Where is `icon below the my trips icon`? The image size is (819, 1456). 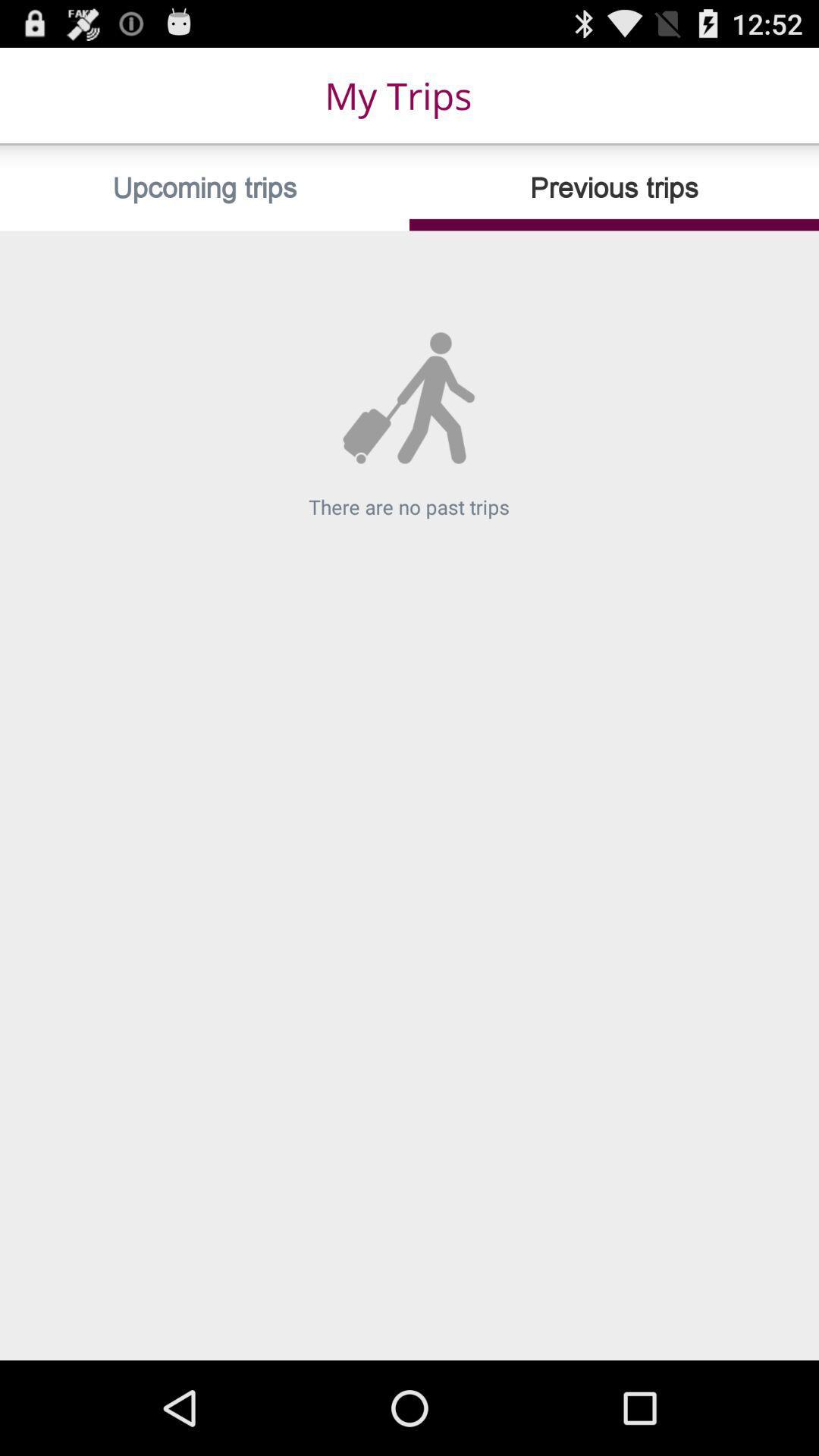
icon below the my trips icon is located at coordinates (205, 187).